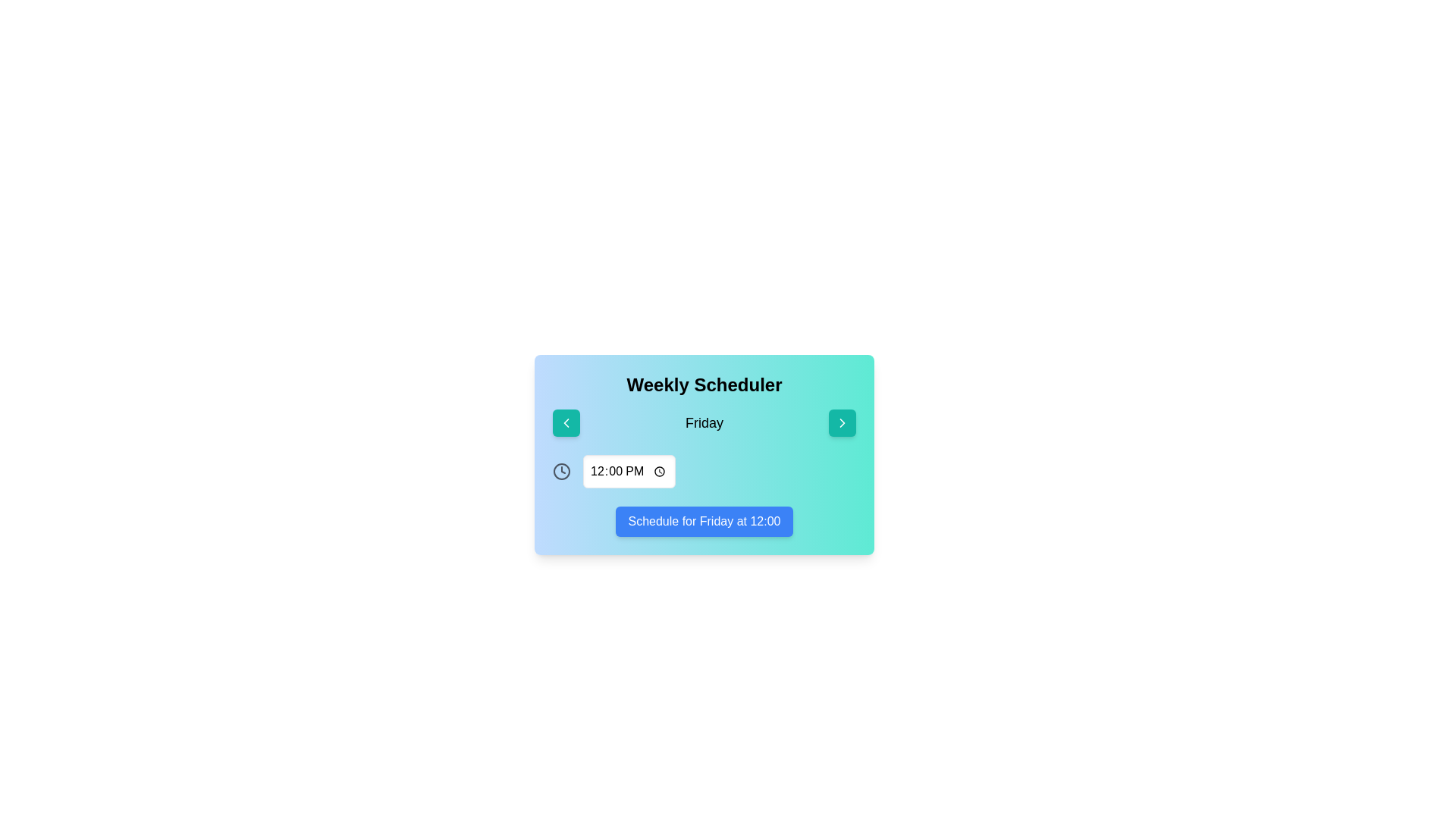  What do you see at coordinates (629, 470) in the screenshot?
I see `the Time input field that displays '12:00 PM' and is located to the right of a clock icon under the 'Weekly Scheduler' header` at bounding box center [629, 470].